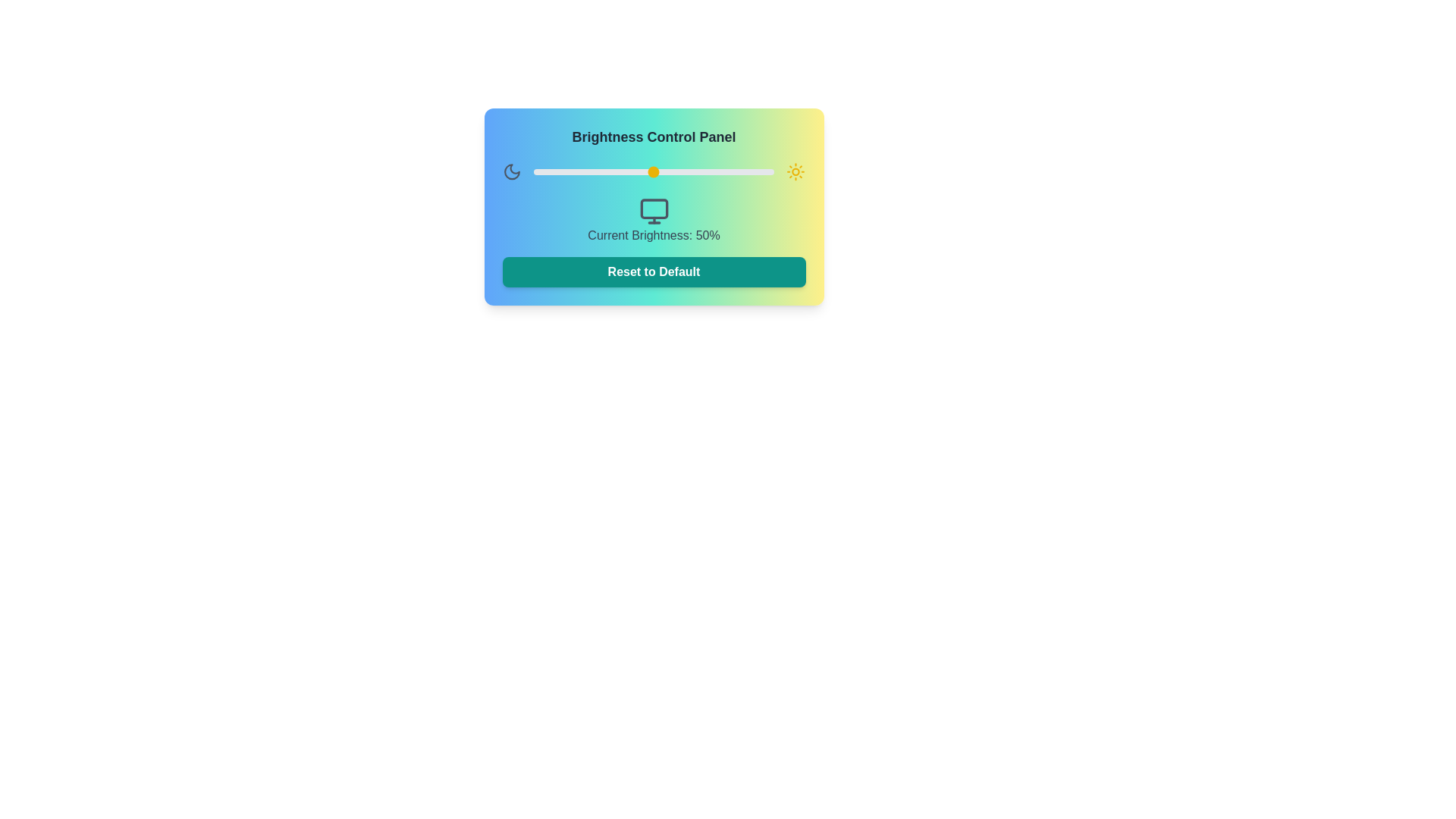 The width and height of the screenshot is (1456, 819). Describe the element at coordinates (613, 171) in the screenshot. I see `the brightness level` at that location.